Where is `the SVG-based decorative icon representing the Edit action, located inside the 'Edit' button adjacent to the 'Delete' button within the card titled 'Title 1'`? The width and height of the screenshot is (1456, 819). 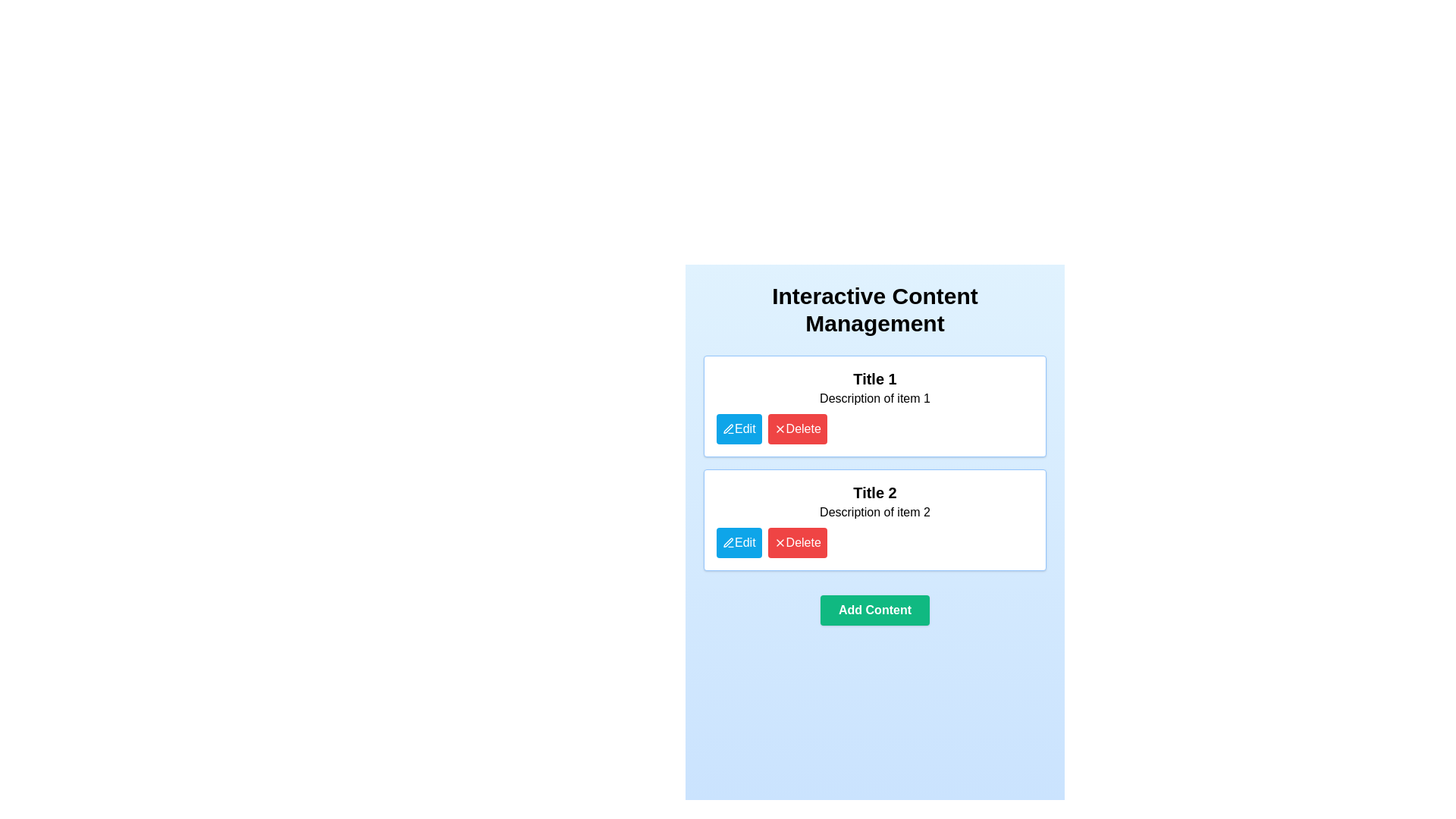
the SVG-based decorative icon representing the Edit action, located inside the 'Edit' button adjacent to the 'Delete' button within the card titled 'Title 1' is located at coordinates (728, 428).